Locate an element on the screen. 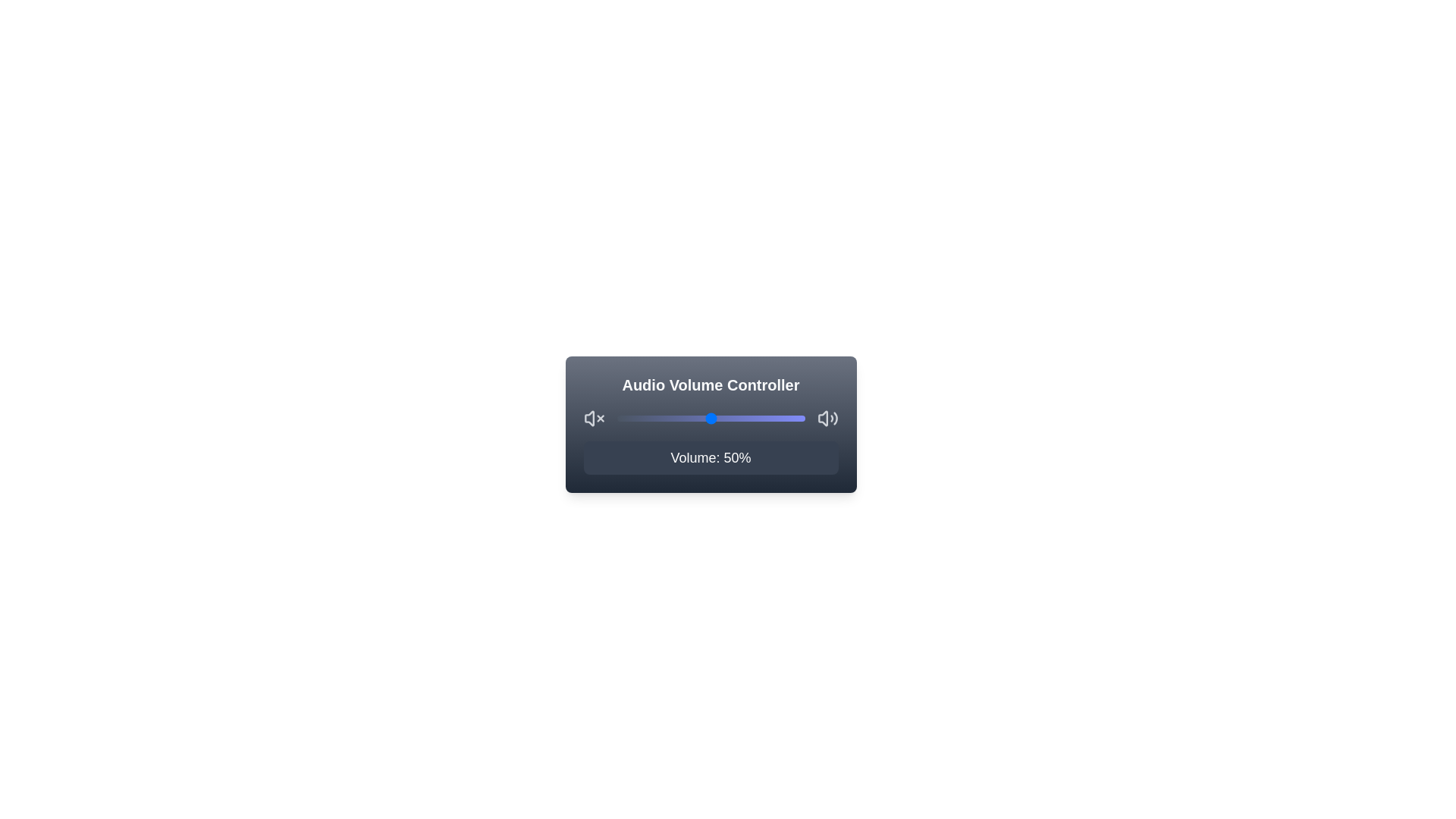 Image resolution: width=1456 pixels, height=819 pixels. the volume to 50% using the slider is located at coordinates (710, 418).